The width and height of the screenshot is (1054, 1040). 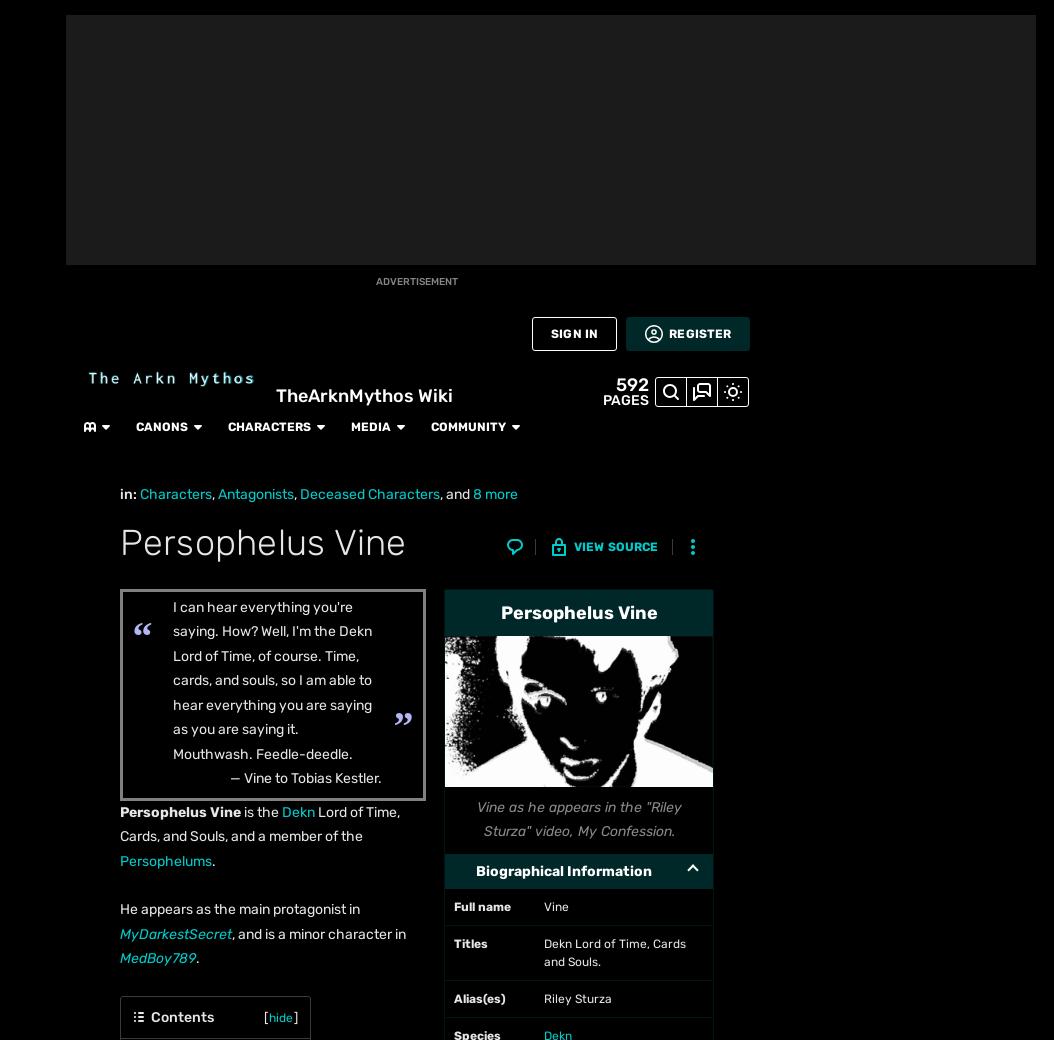 I want to click on 'Fan Central', so click(x=32, y=191).